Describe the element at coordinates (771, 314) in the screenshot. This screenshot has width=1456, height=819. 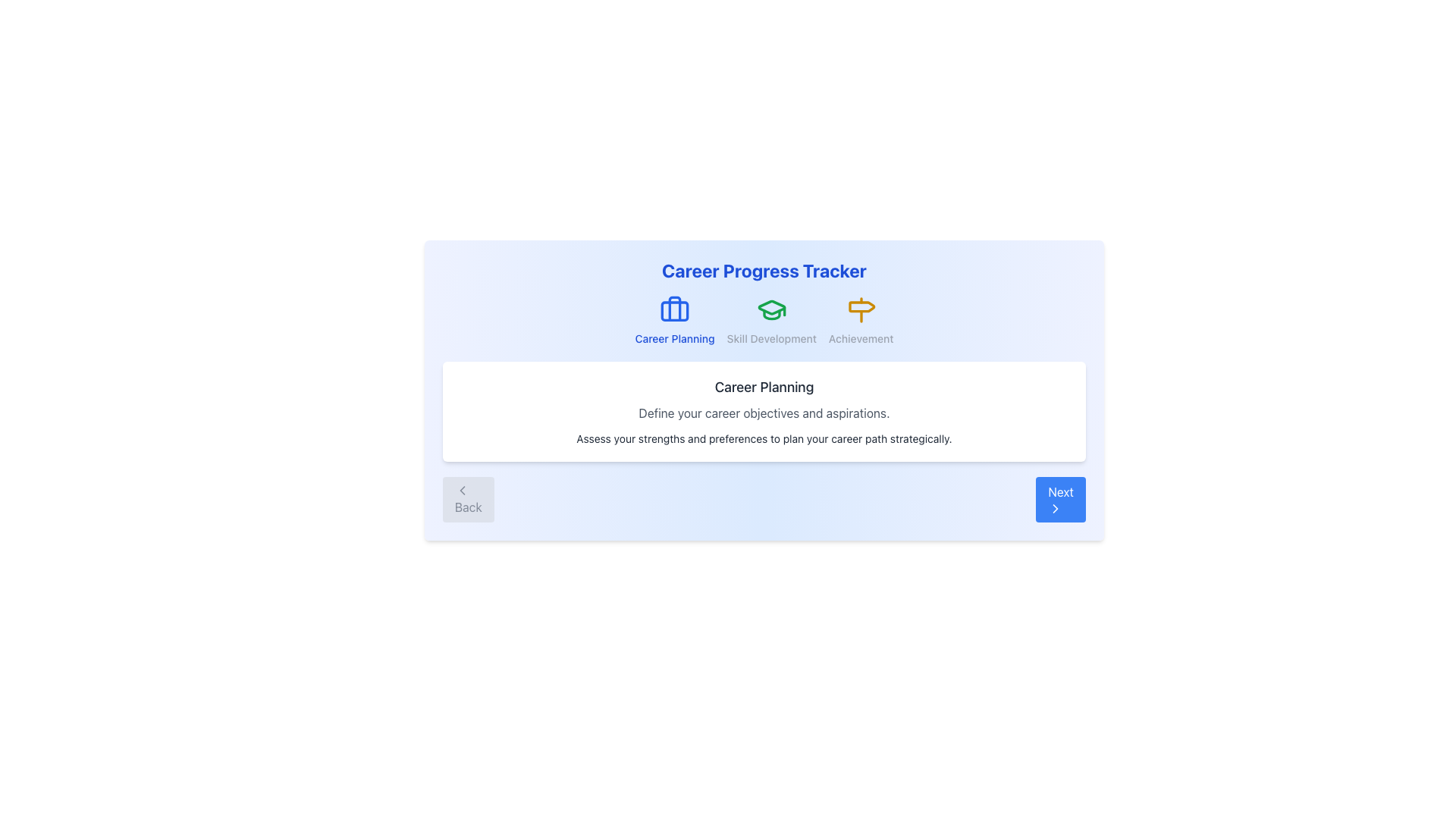
I see `the semicircular green icon with white arcs representing a graduation cap, located centrally below the 'Career Progress Tracker' title and above the 'Career Planning' label` at that location.